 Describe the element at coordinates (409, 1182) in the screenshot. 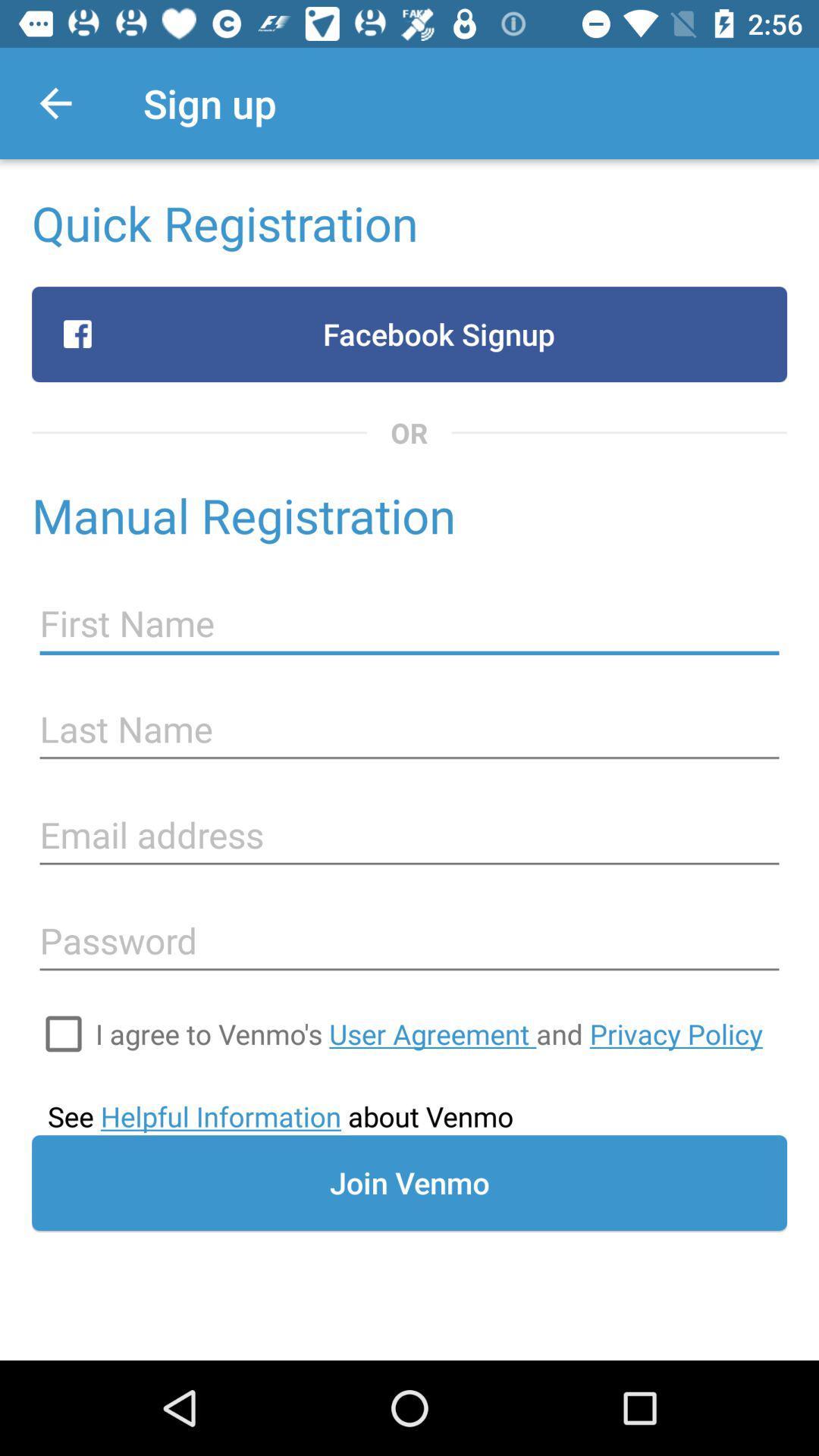

I see `the join venmo icon` at that location.